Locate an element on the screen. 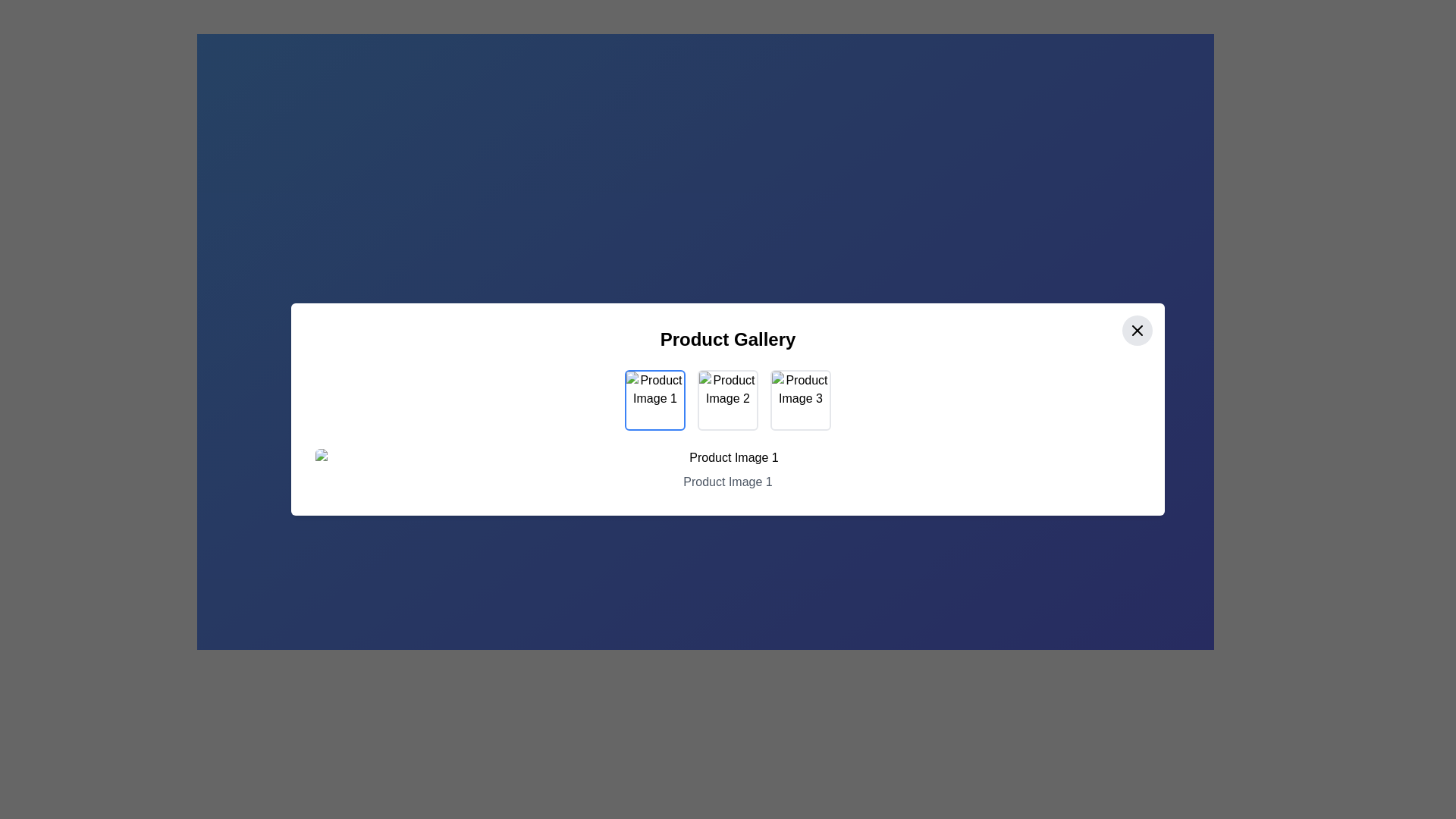  the image thumbnail labeled 'Product Image 3' at the far right of the 'Product Gallery' is located at coordinates (800, 400).